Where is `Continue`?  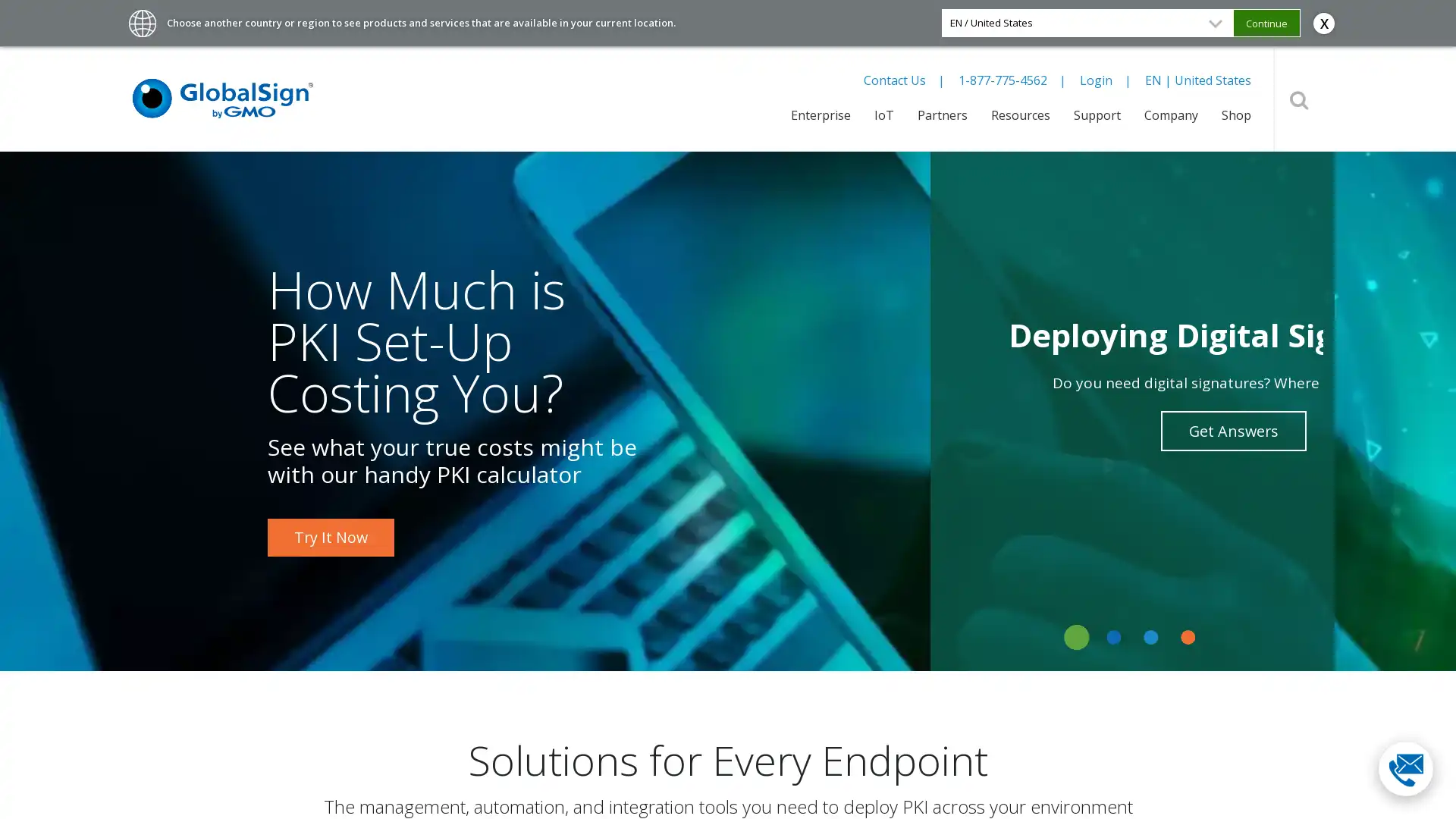 Continue is located at coordinates (1266, 23).